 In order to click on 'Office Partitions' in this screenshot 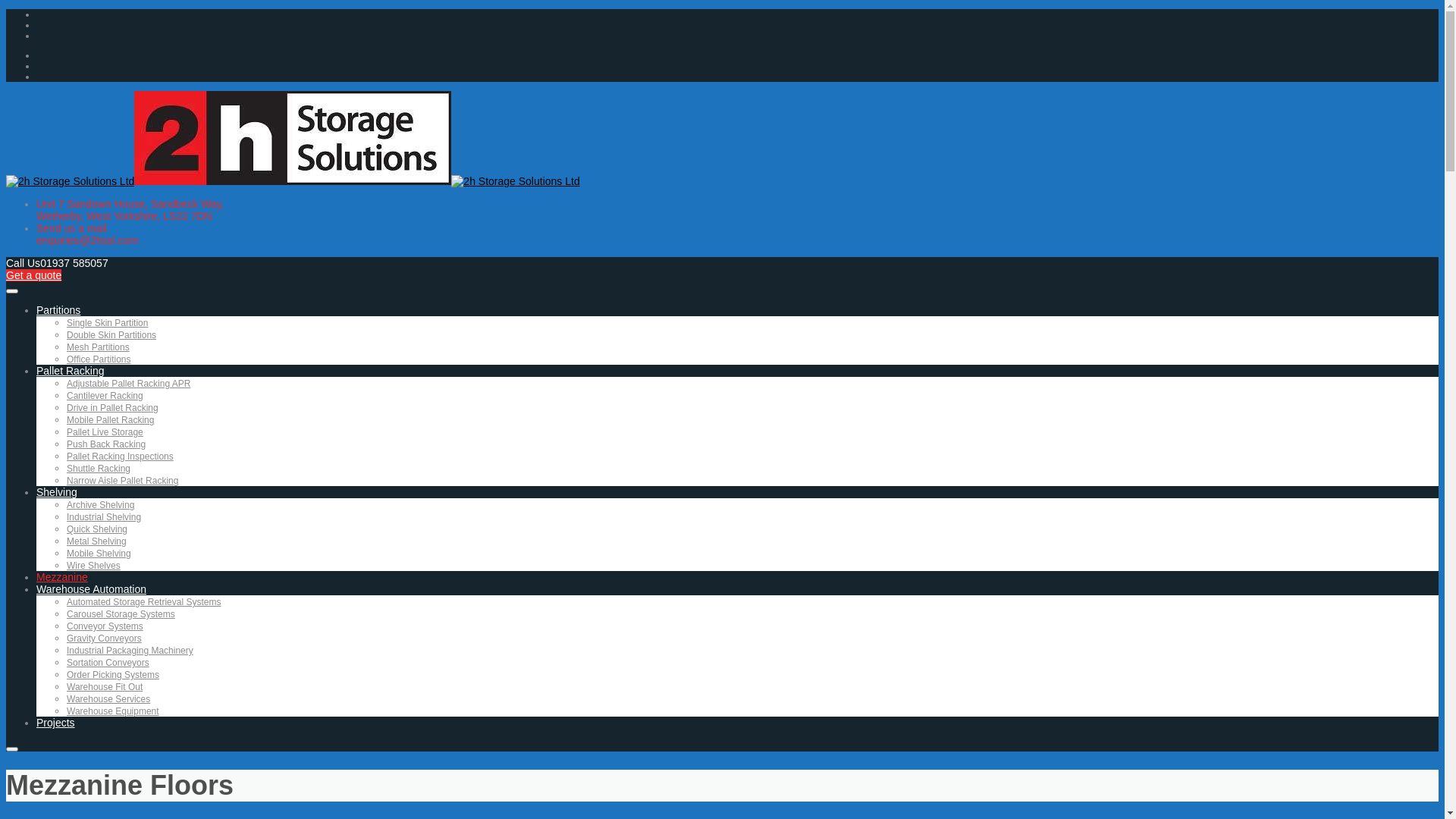, I will do `click(65, 359)`.